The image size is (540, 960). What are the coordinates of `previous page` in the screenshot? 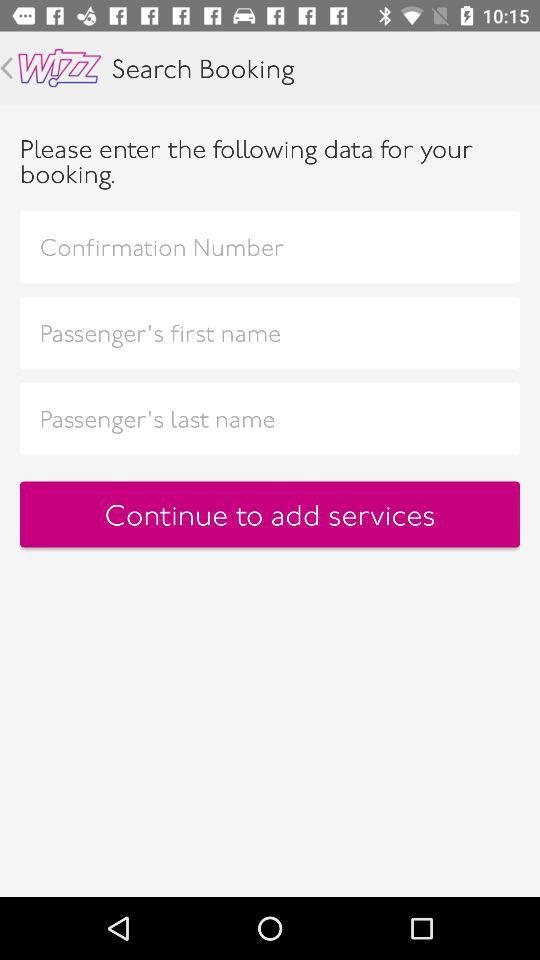 It's located at (5, 68).